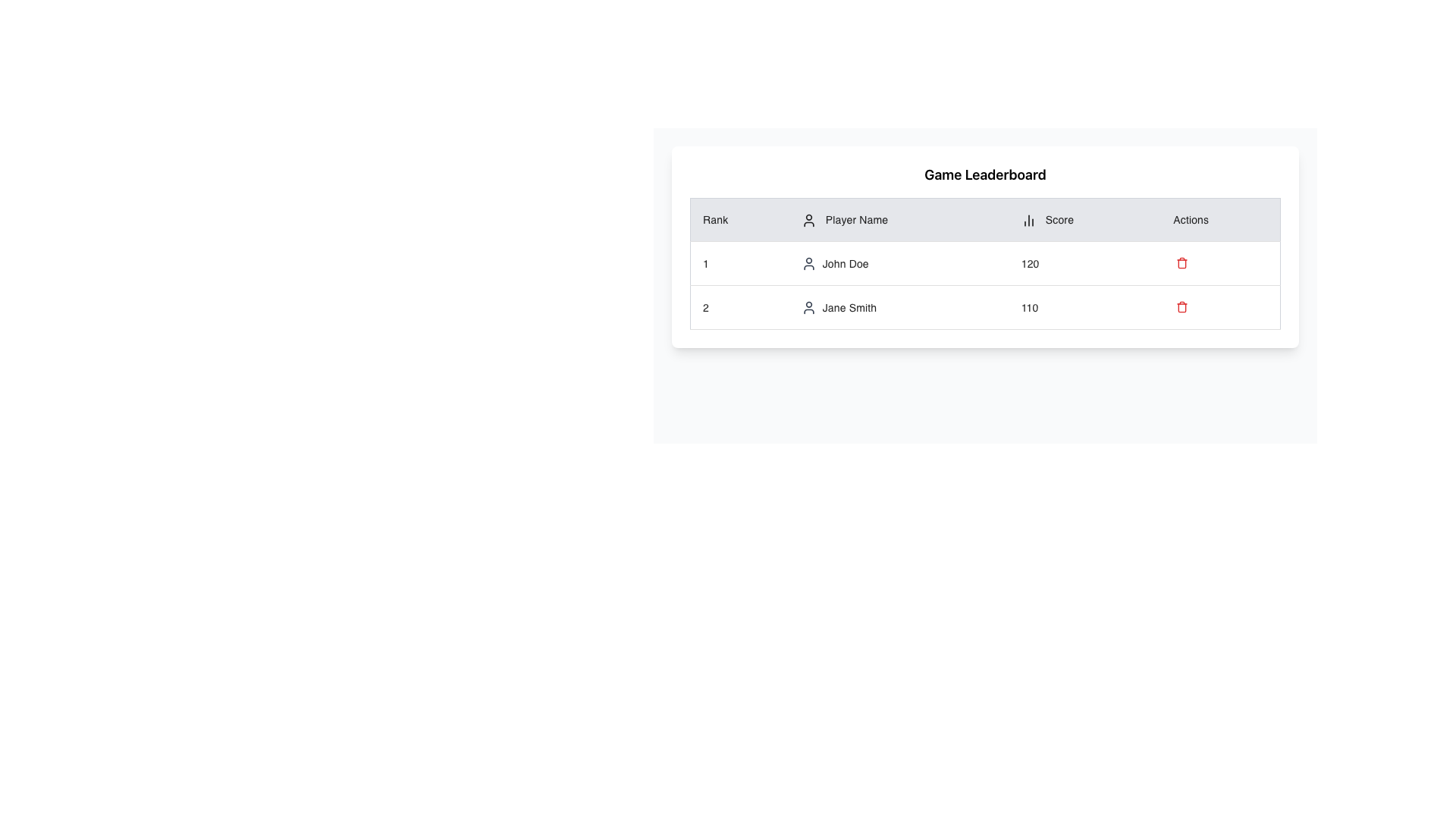 This screenshot has width=1456, height=819. Describe the element at coordinates (1028, 221) in the screenshot. I see `the small bar chart icon located in the header of the 'Score' column of the leaderboard table` at that location.